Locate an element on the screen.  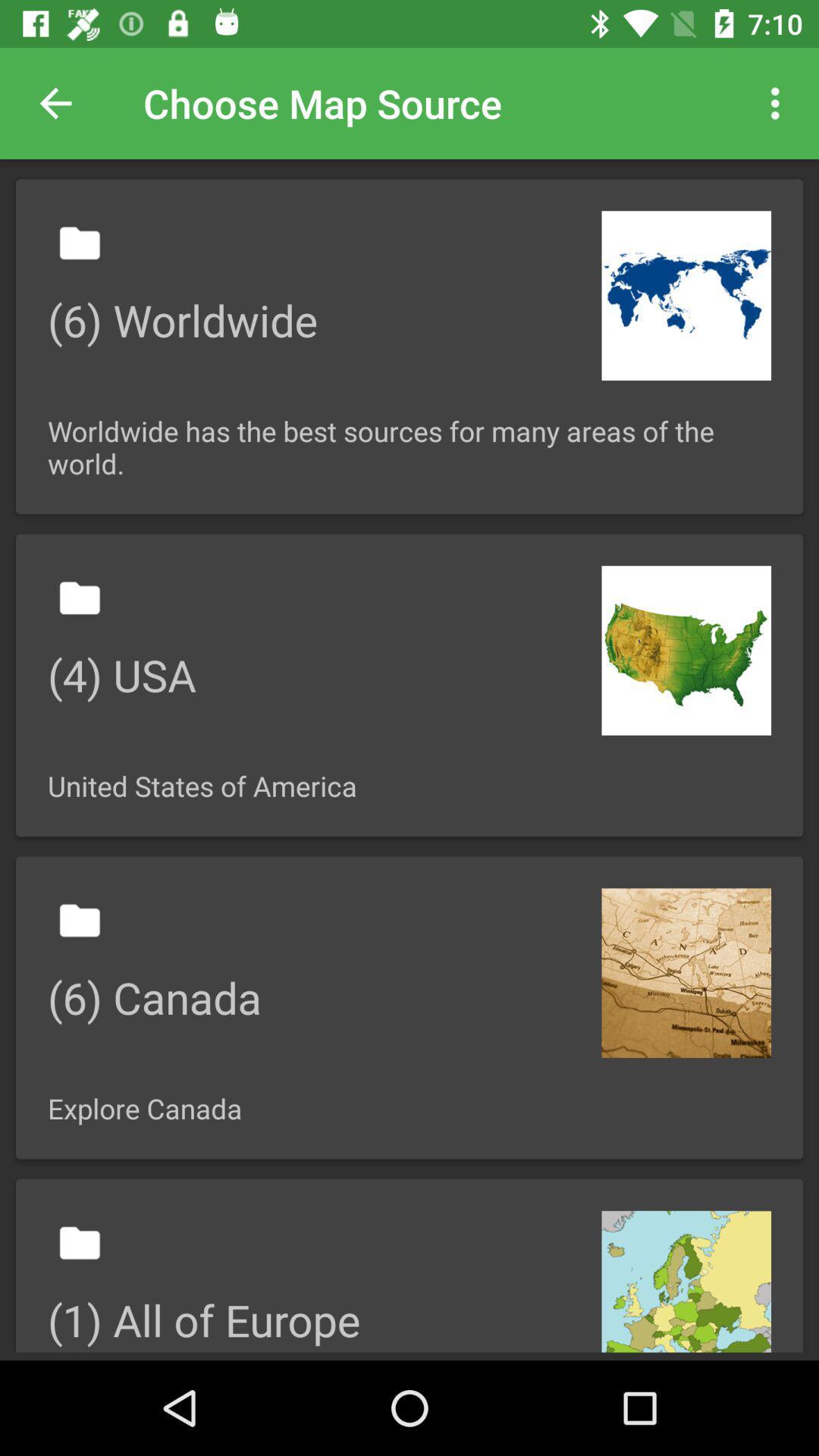
the item to the right of choose map source is located at coordinates (779, 102).